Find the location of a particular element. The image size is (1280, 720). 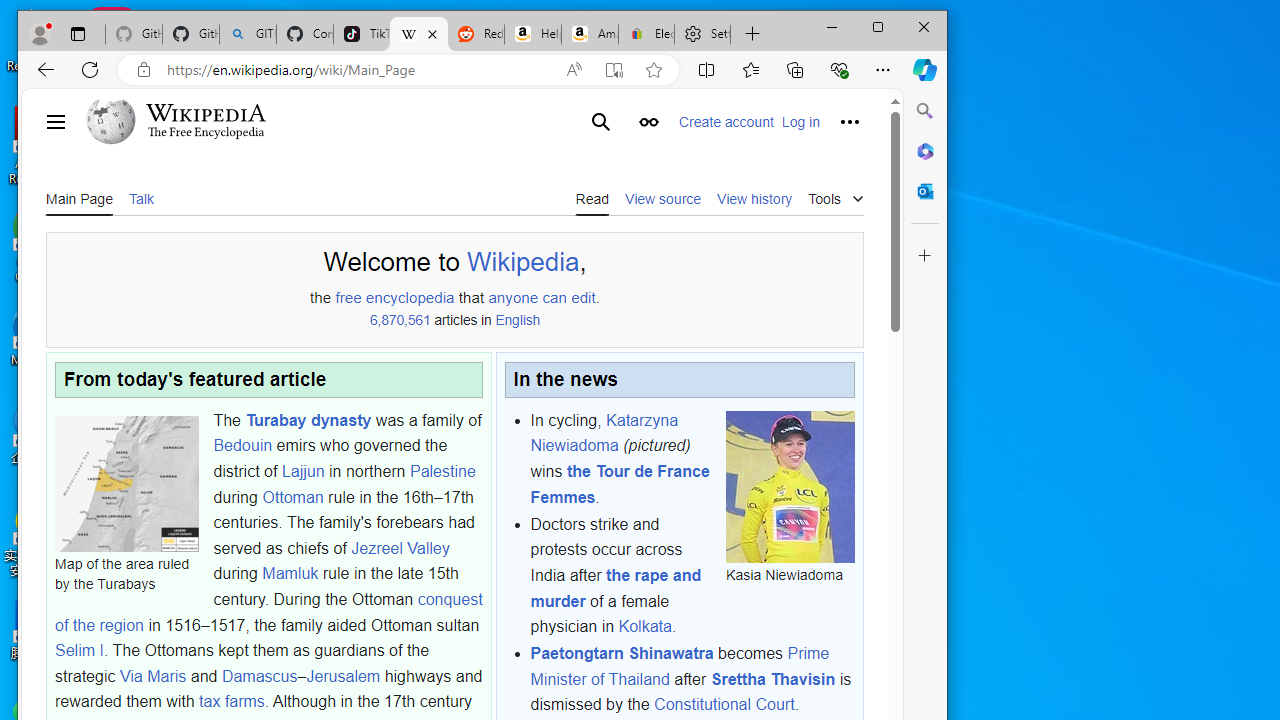

'Kasia Niewiadoma' is located at coordinates (789, 486).